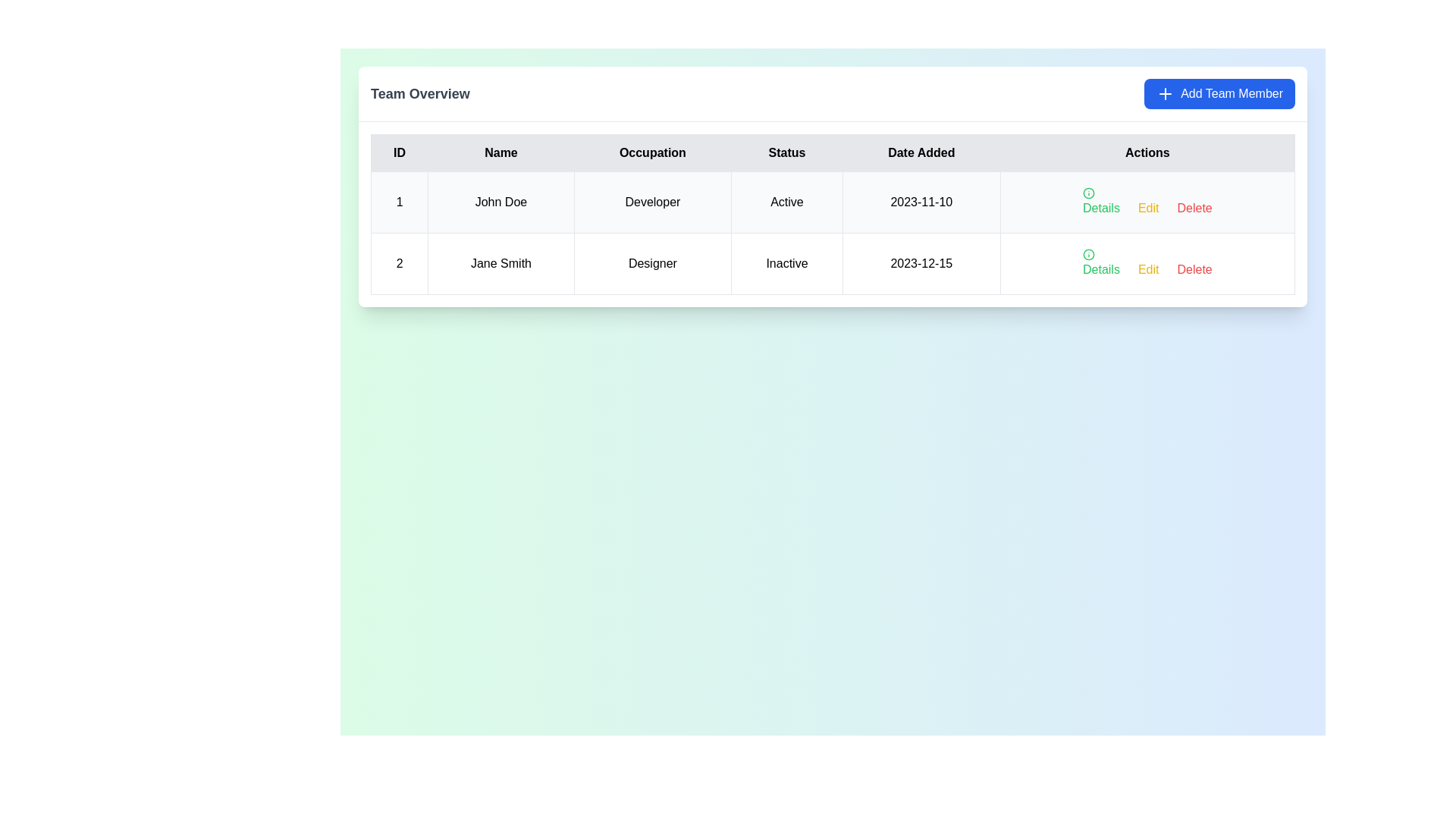 This screenshot has width=1456, height=819. Describe the element at coordinates (501, 262) in the screenshot. I see `the static text element displaying 'Jane Smith' located in the second row of the 'Name' column in the table structure` at that location.